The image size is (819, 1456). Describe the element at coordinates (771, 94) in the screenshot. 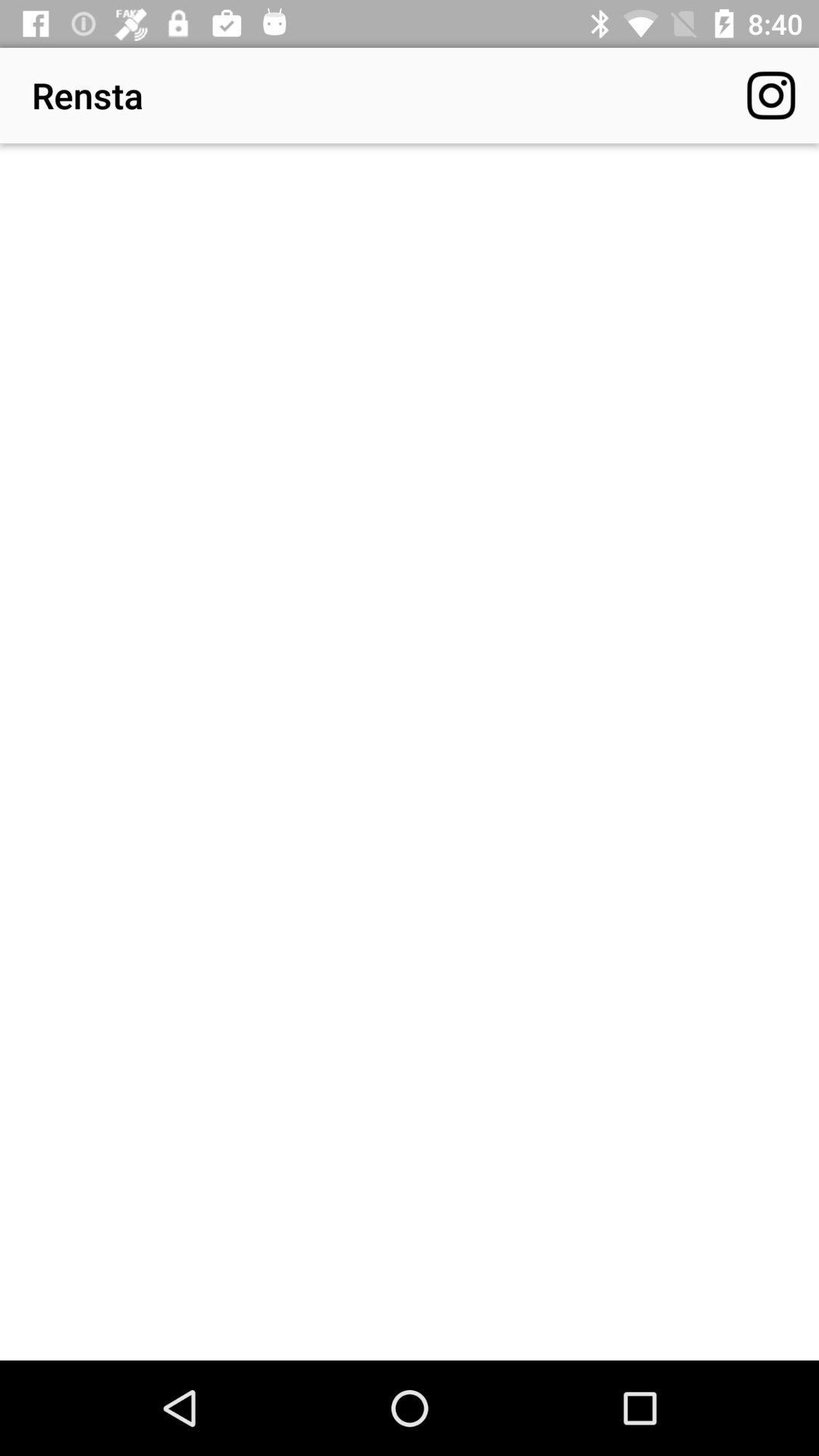

I see `the item at the top right corner` at that location.